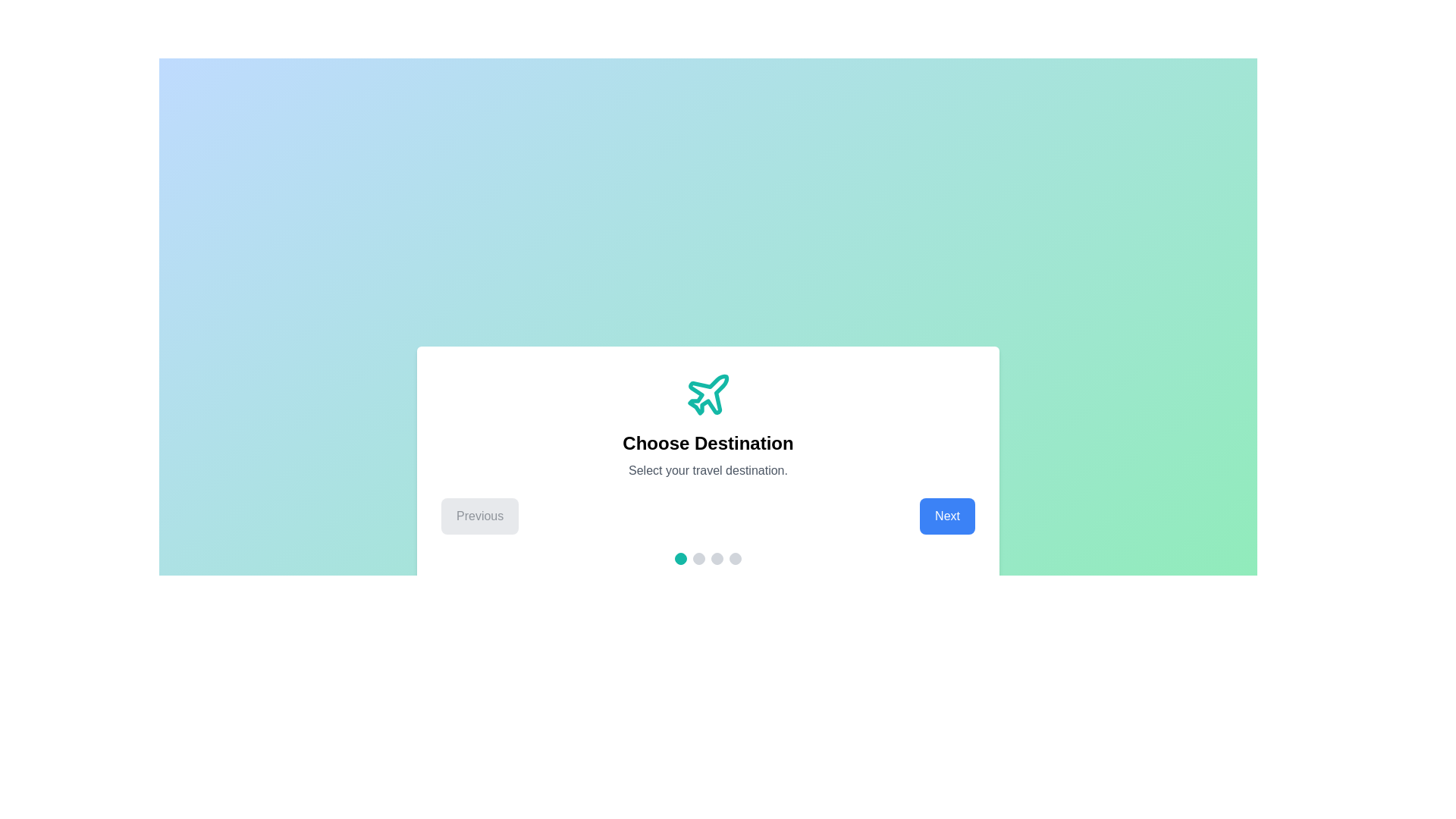 The width and height of the screenshot is (1456, 819). Describe the element at coordinates (716, 558) in the screenshot. I see `the progress indicator for step 3` at that location.